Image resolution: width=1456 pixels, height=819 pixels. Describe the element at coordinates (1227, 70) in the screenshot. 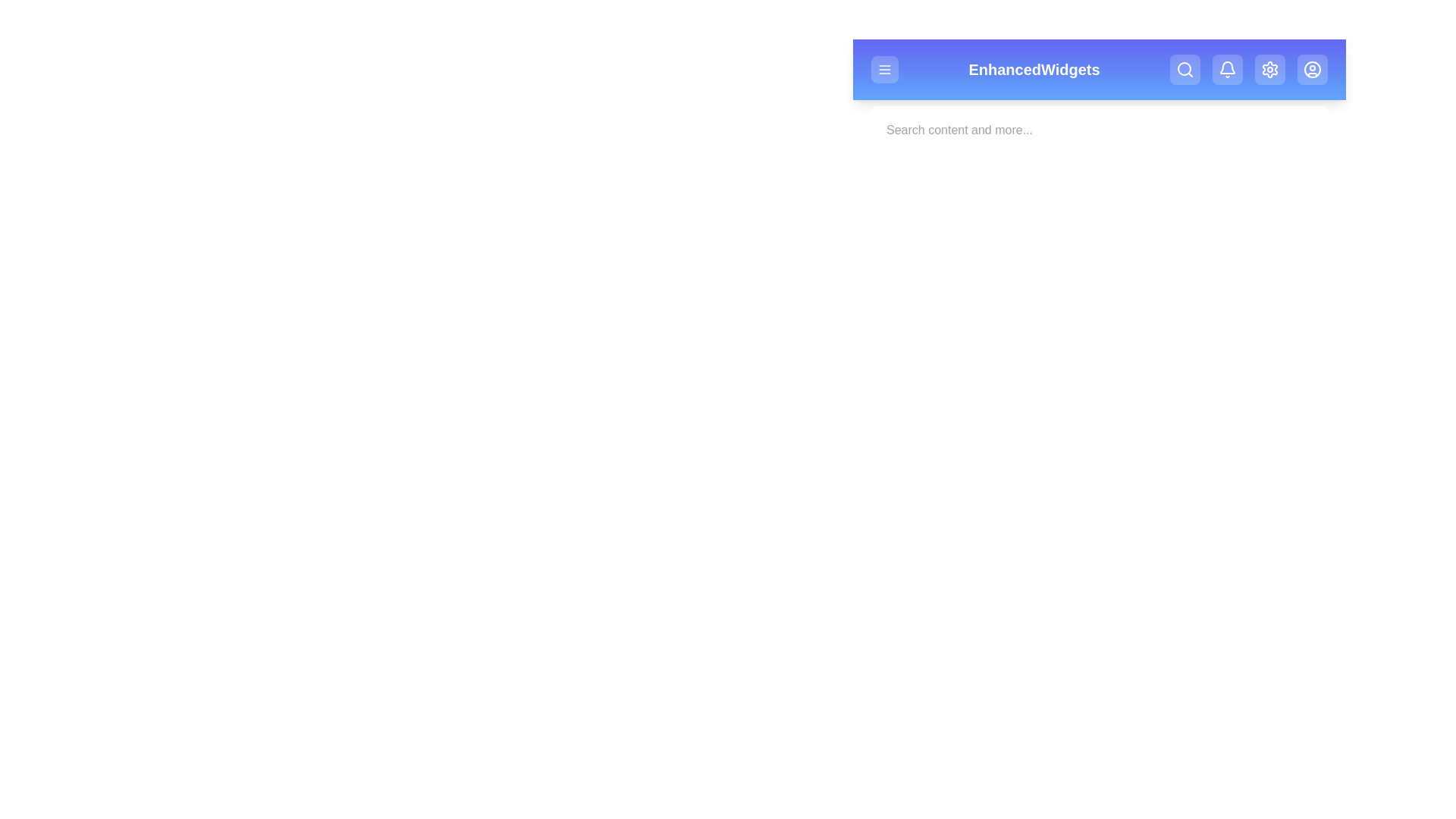

I see `the Notifications button` at that location.